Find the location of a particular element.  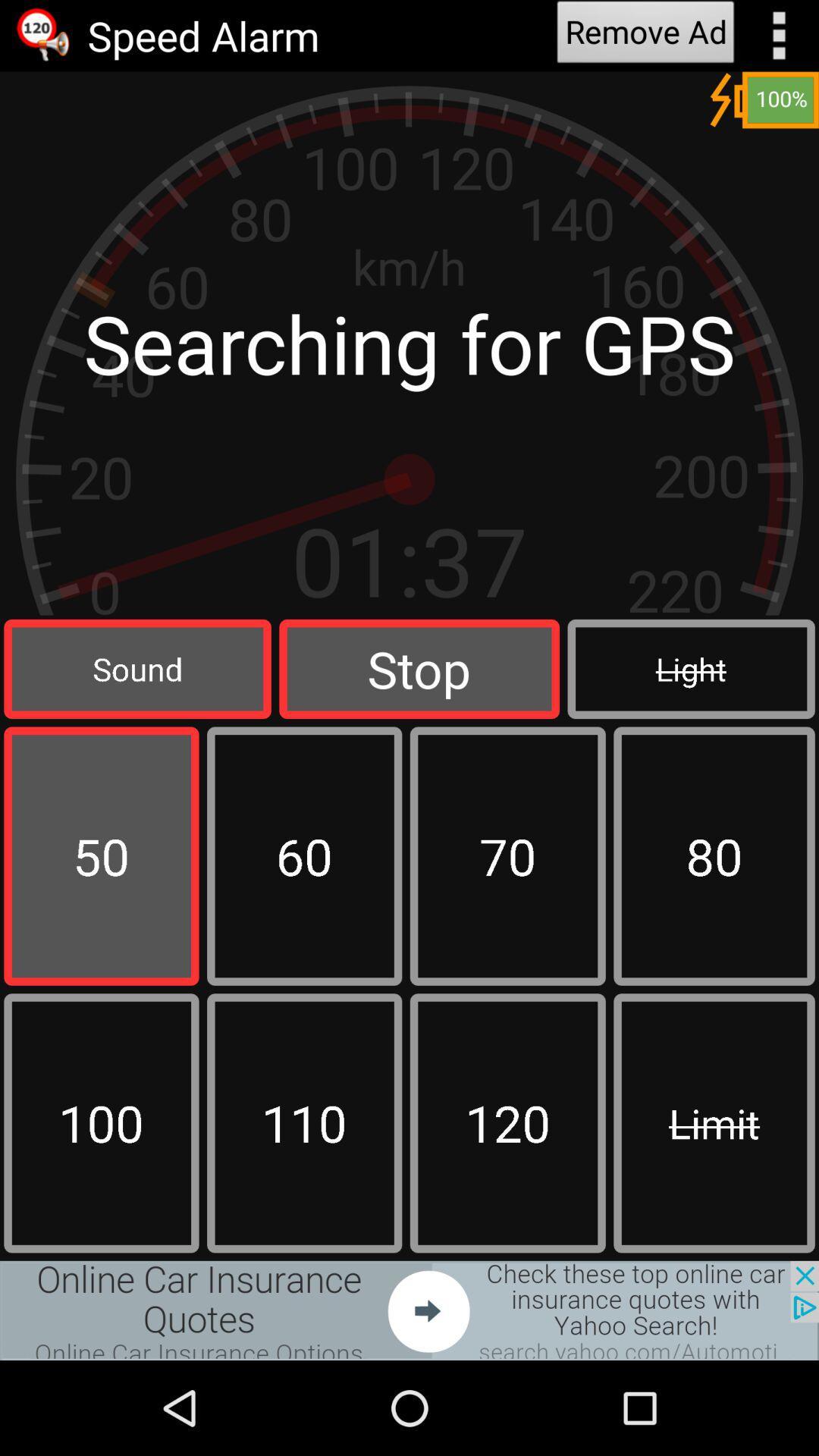

show options is located at coordinates (779, 36).